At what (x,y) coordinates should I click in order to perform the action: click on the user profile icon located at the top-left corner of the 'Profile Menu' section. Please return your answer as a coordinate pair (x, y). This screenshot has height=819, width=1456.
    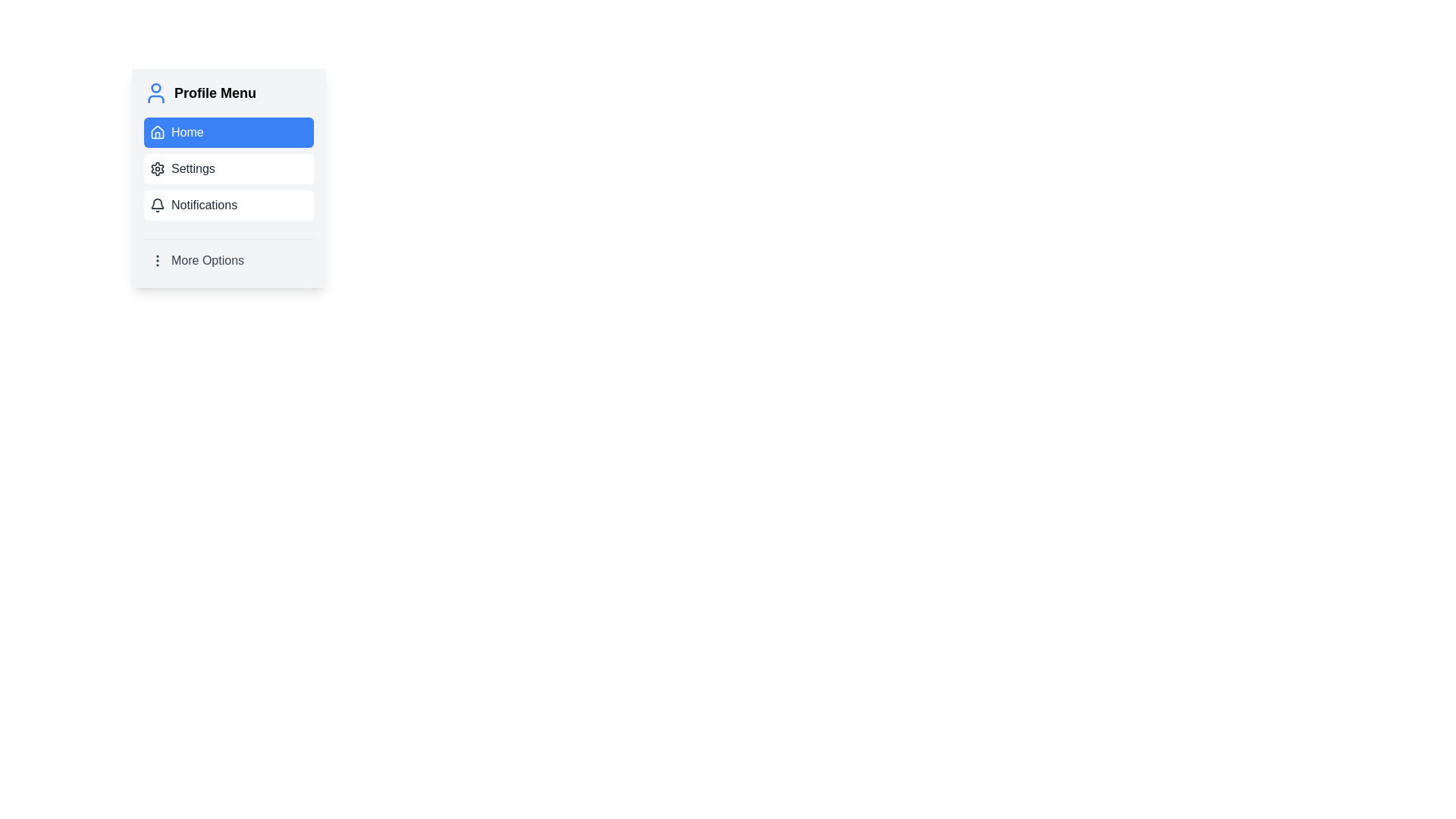
    Looking at the image, I should click on (156, 93).